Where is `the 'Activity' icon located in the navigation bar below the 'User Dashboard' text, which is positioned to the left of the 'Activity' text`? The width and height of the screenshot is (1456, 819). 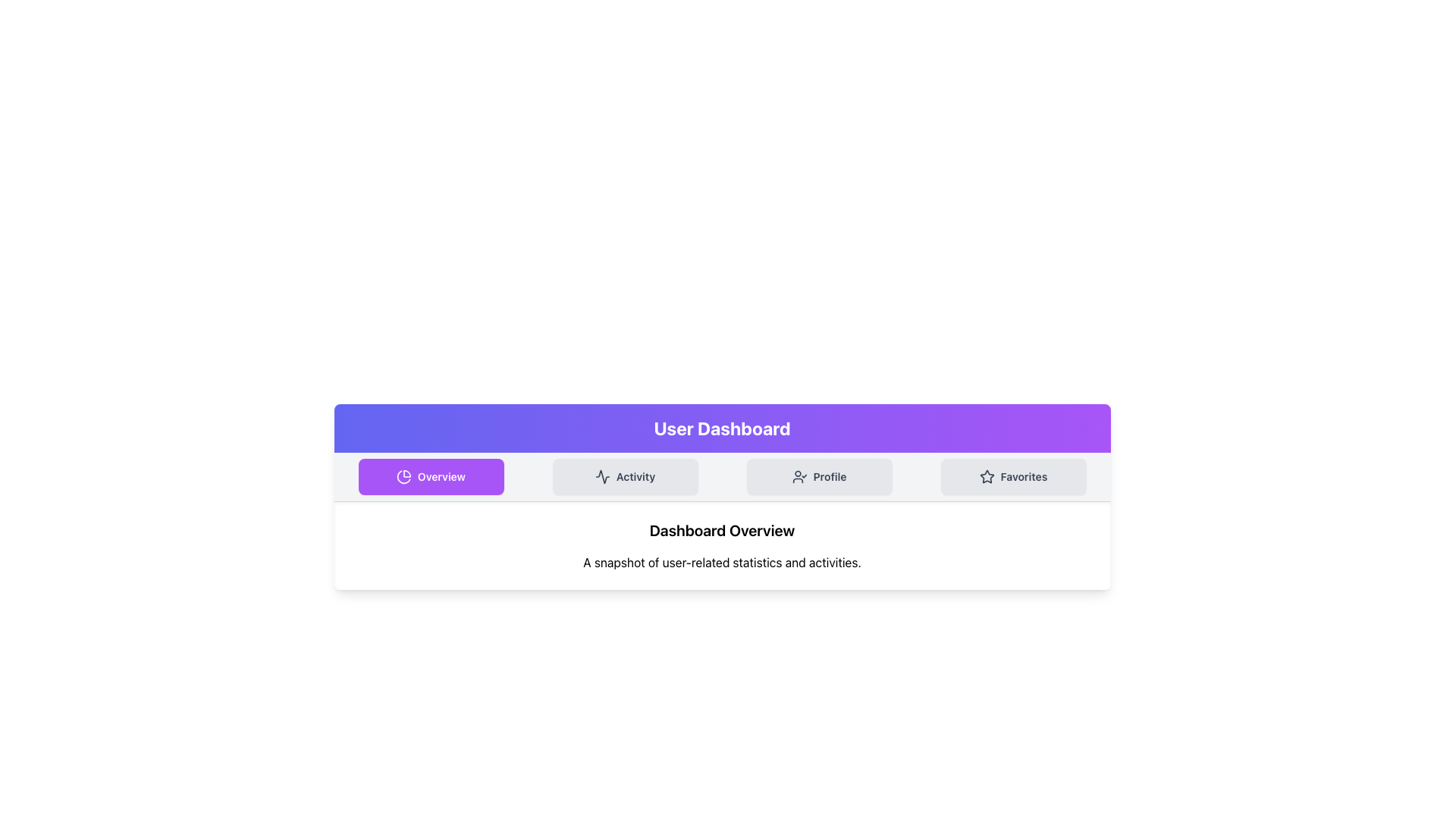 the 'Activity' icon located in the navigation bar below the 'User Dashboard' text, which is positioned to the left of the 'Activity' text is located at coordinates (601, 475).